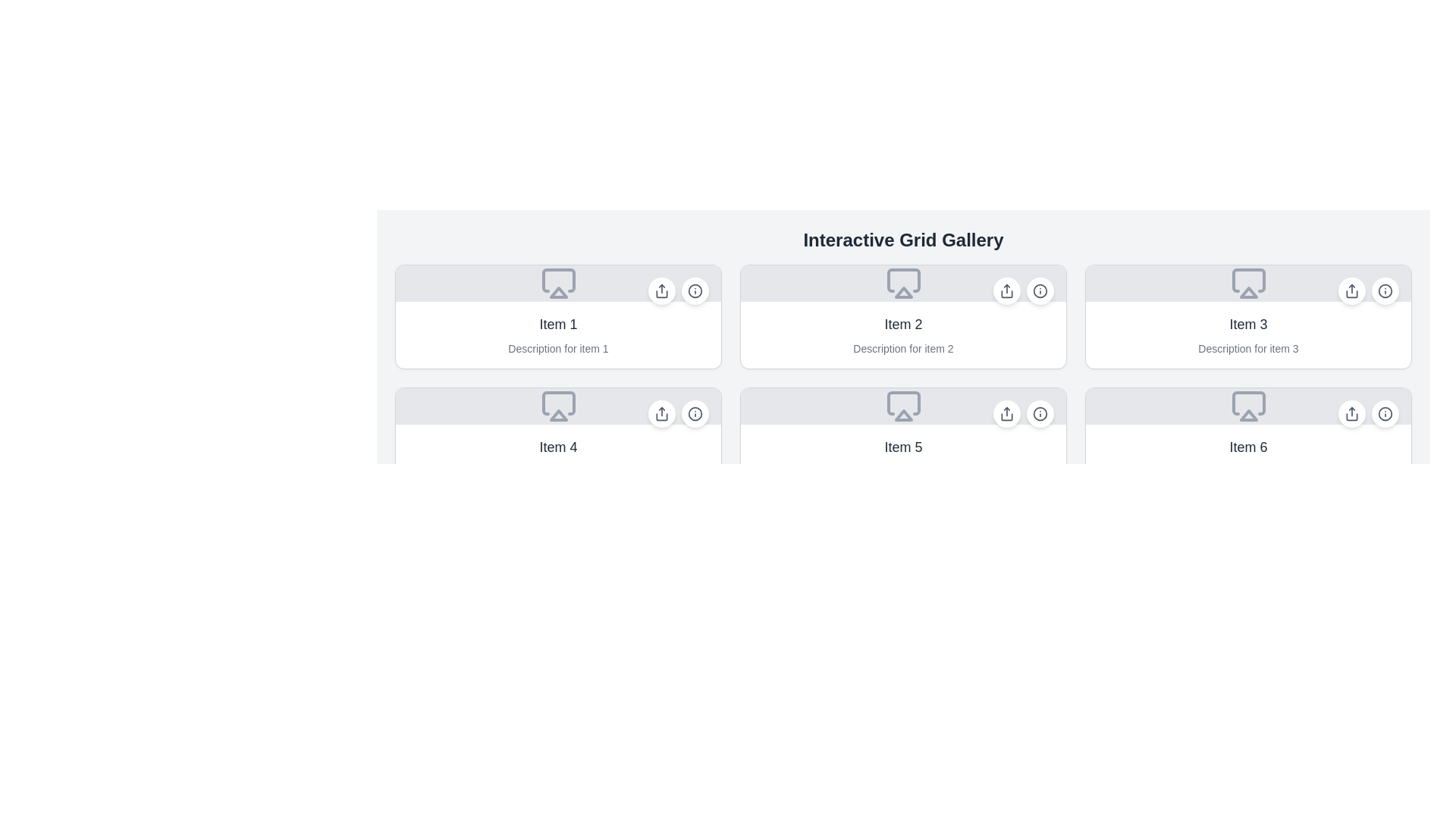 The width and height of the screenshot is (1456, 819). I want to click on the third card in the grid layout that represents 'Item 3', so click(1248, 315).